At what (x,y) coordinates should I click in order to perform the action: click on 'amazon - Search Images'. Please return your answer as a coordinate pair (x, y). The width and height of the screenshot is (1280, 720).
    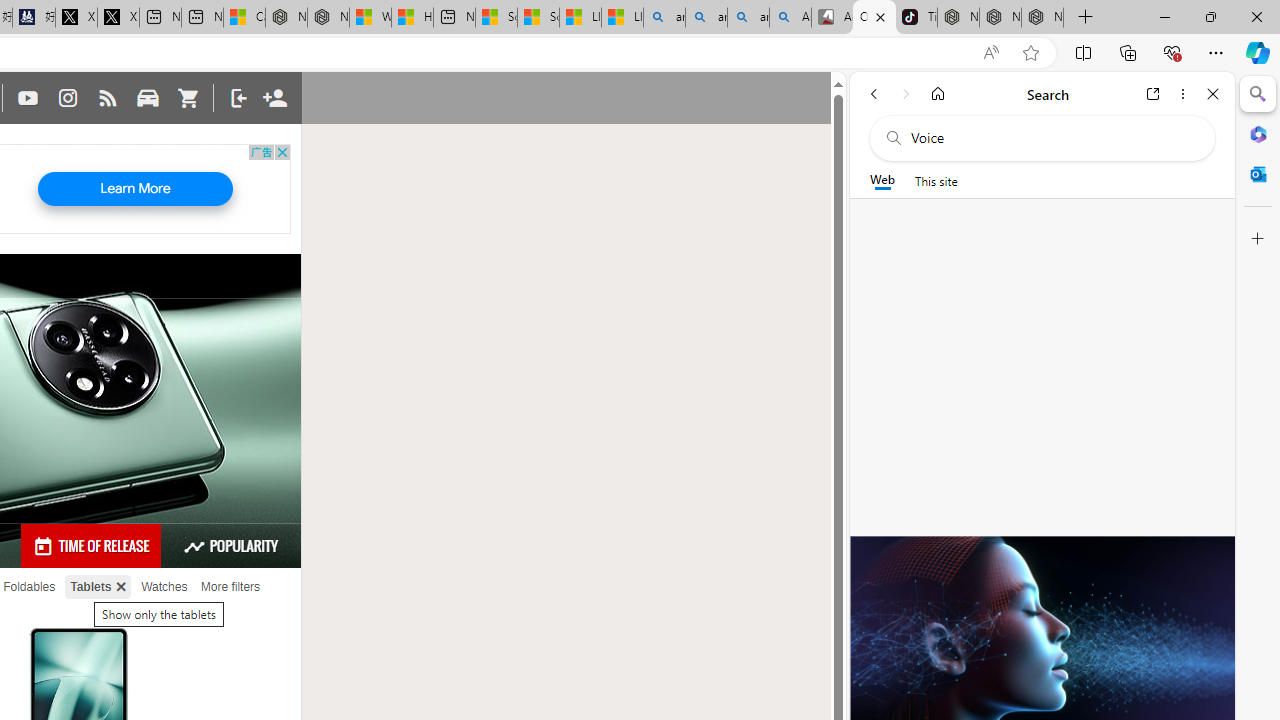
    Looking at the image, I should click on (747, 17).